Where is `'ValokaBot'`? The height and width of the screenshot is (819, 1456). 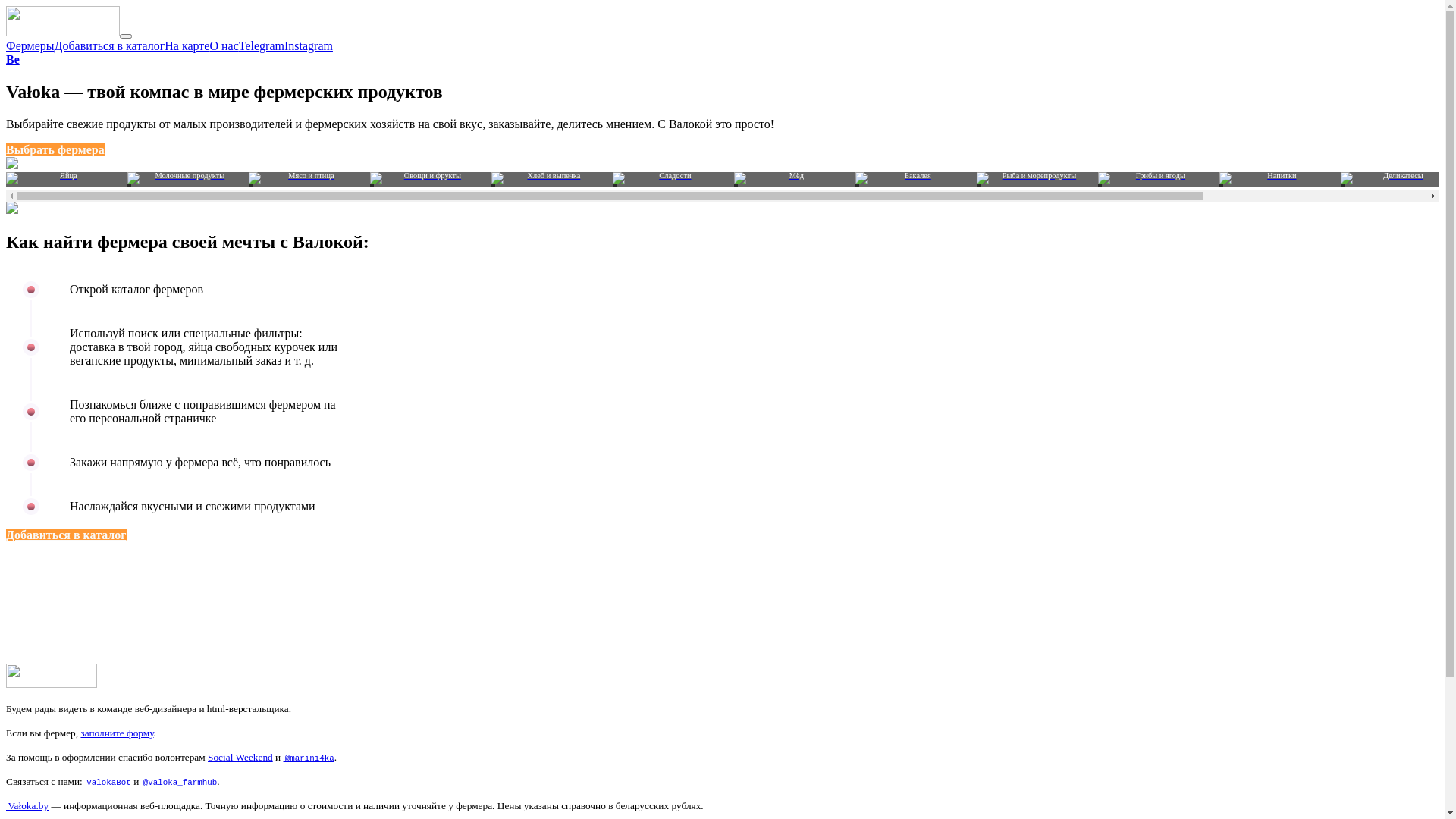 'ValokaBot' is located at coordinates (107, 781).